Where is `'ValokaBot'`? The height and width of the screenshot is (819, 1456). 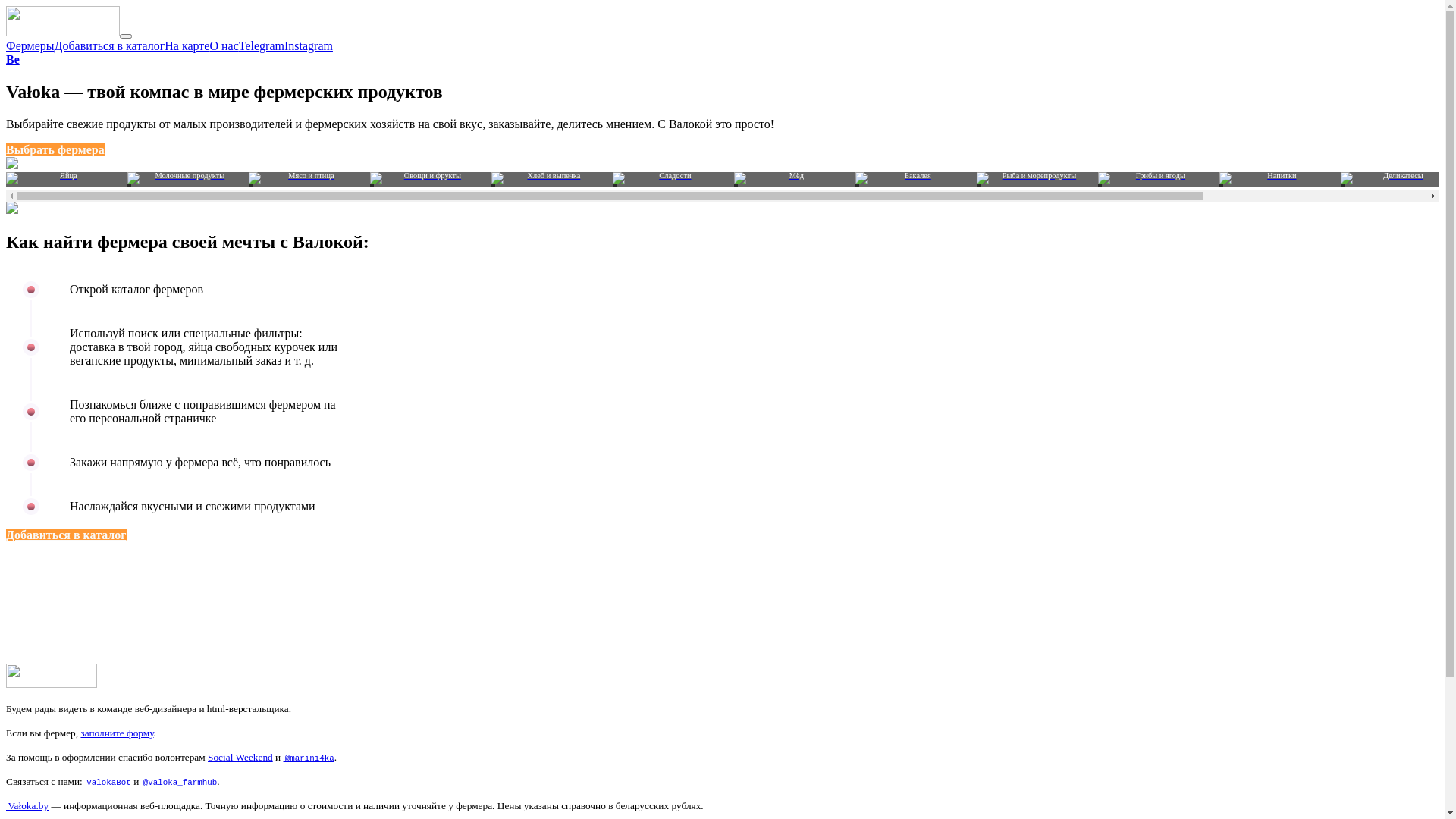 'ValokaBot' is located at coordinates (107, 781).